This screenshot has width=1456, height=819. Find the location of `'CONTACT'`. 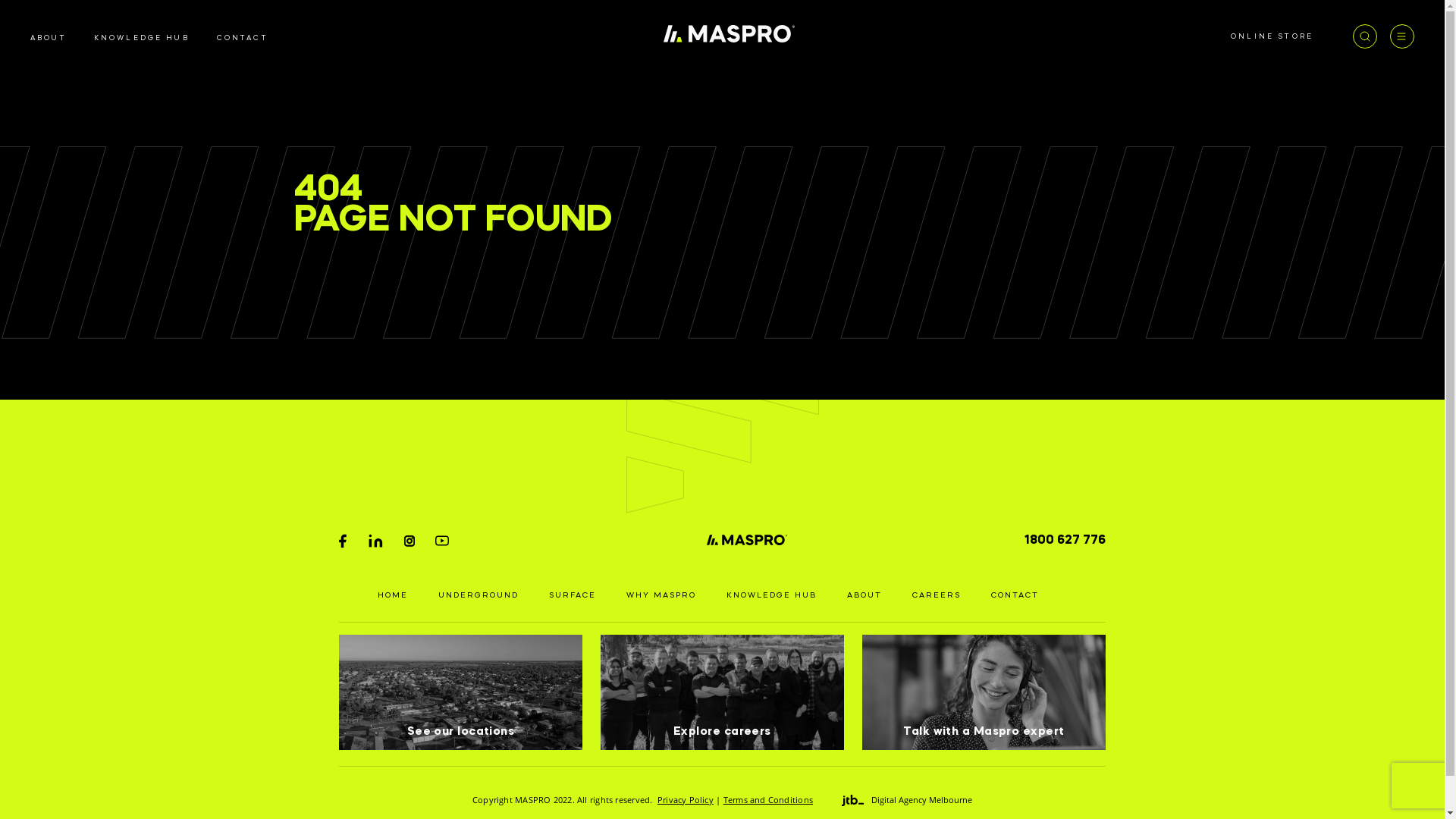

'CONTACT' is located at coordinates (1015, 595).